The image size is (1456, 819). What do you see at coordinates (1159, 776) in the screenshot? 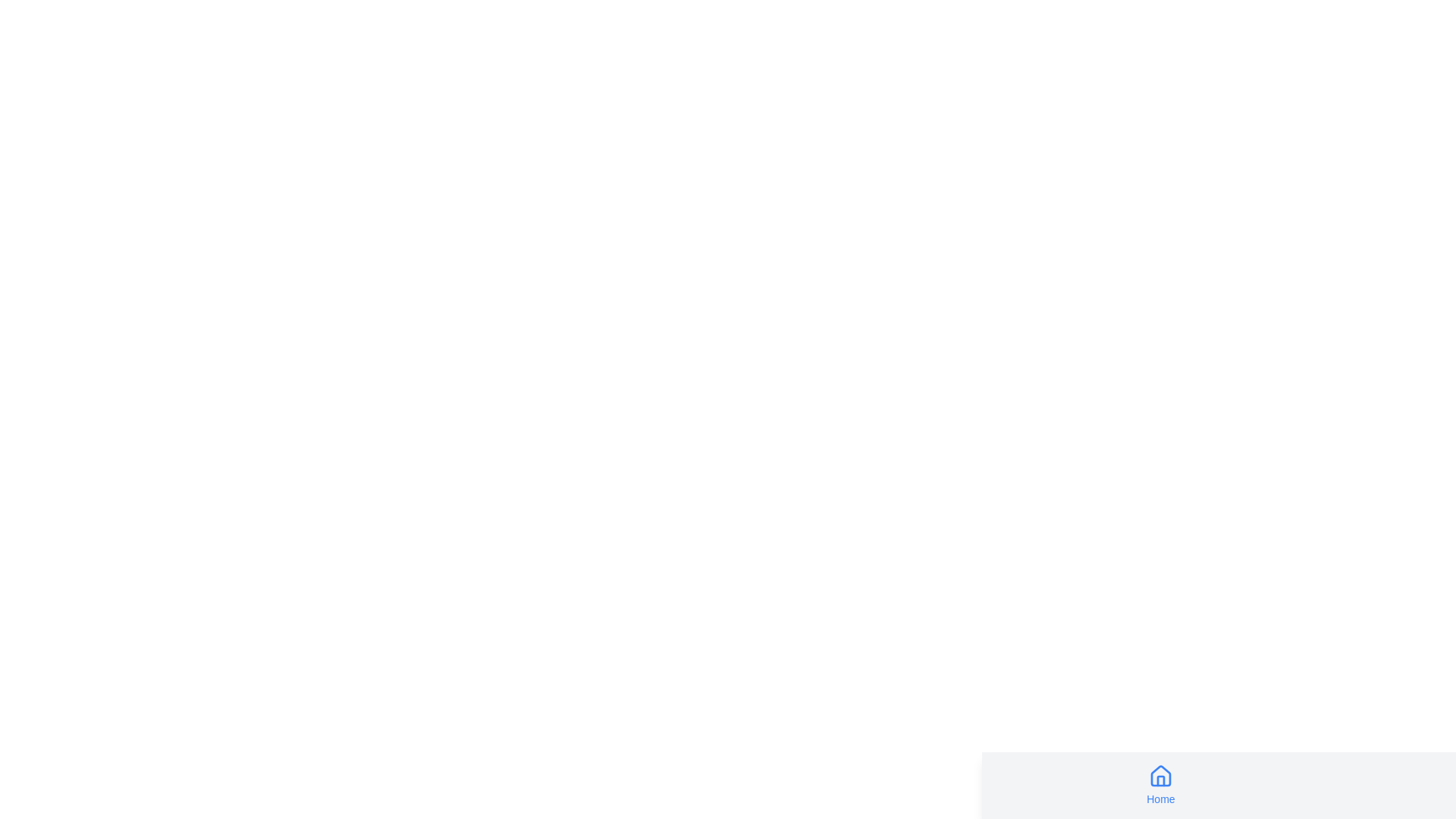
I see `the house icon` at bounding box center [1159, 776].